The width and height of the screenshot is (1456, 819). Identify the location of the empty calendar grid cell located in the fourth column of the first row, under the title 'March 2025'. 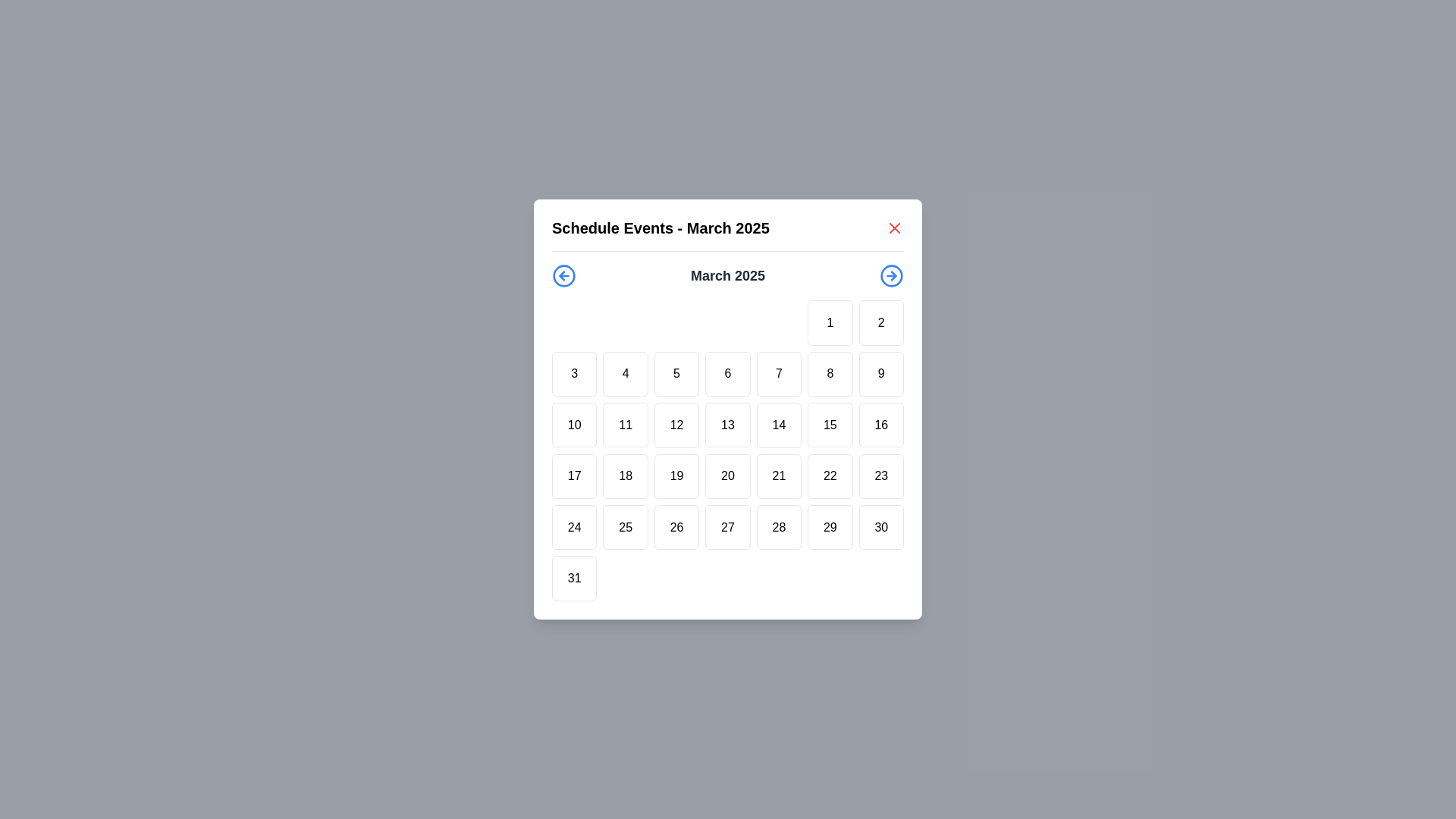
(728, 322).